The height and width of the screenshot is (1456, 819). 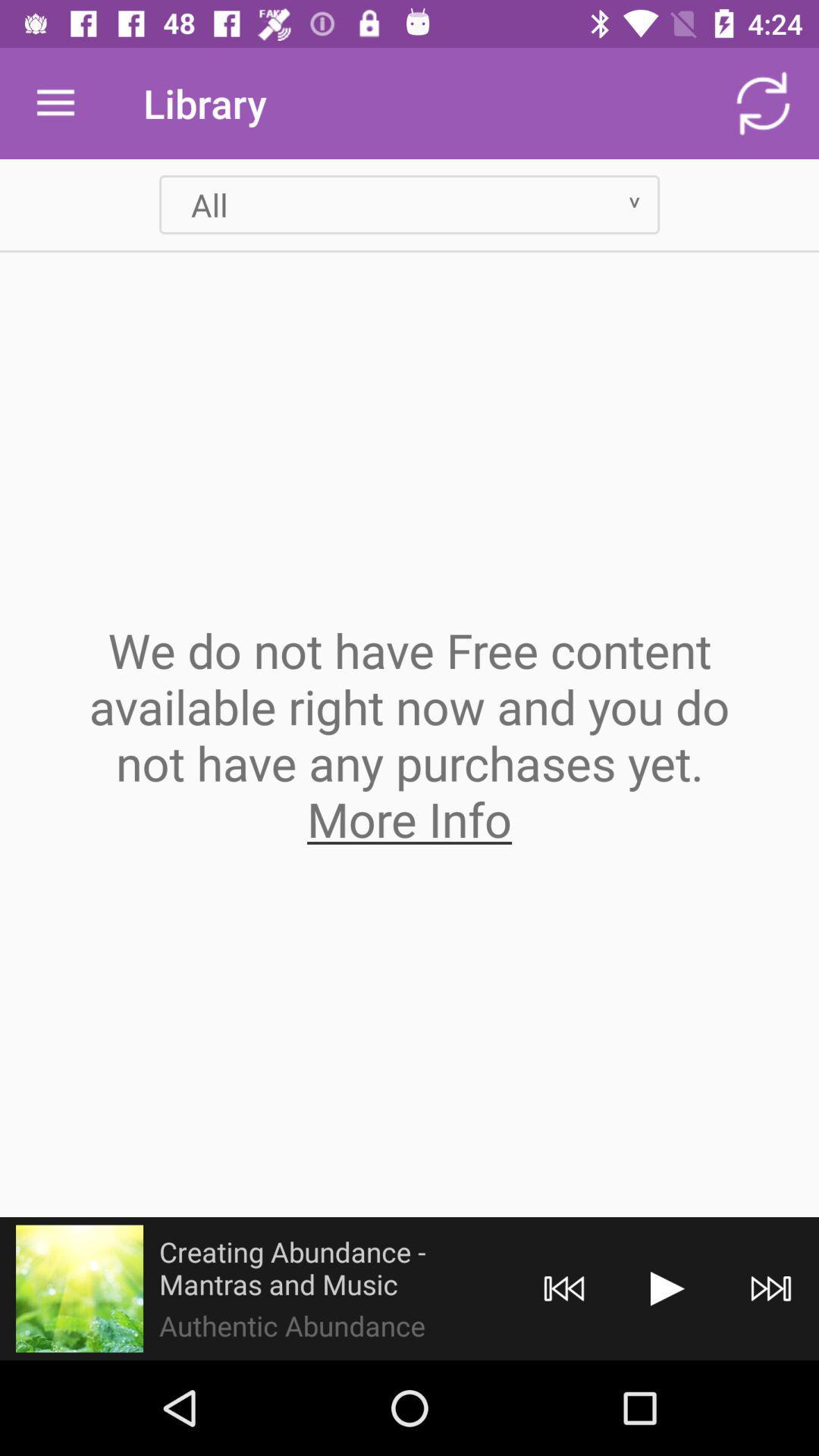 I want to click on the music, so click(x=667, y=1288).